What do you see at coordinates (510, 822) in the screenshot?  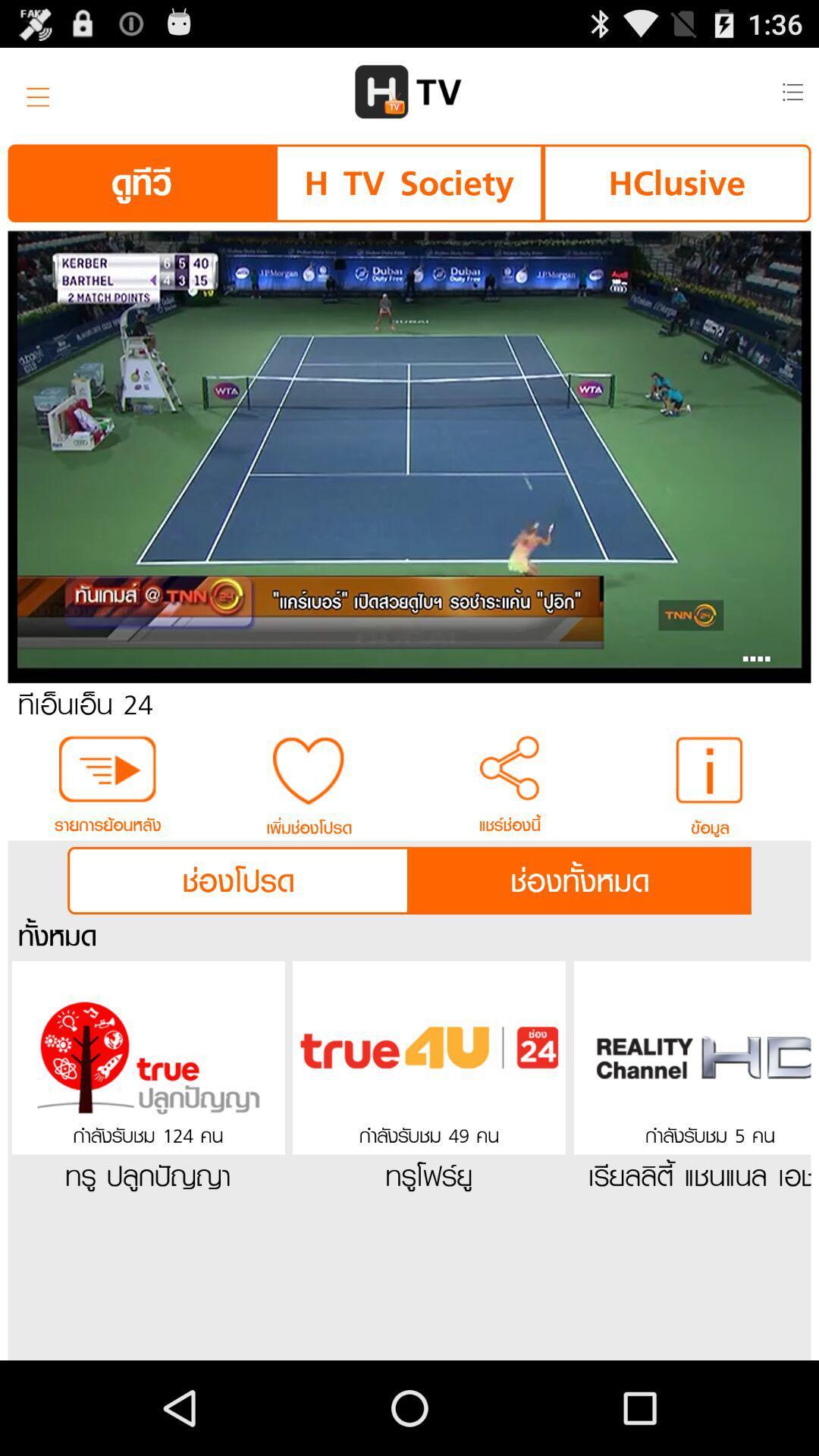 I see `the share icon` at bounding box center [510, 822].